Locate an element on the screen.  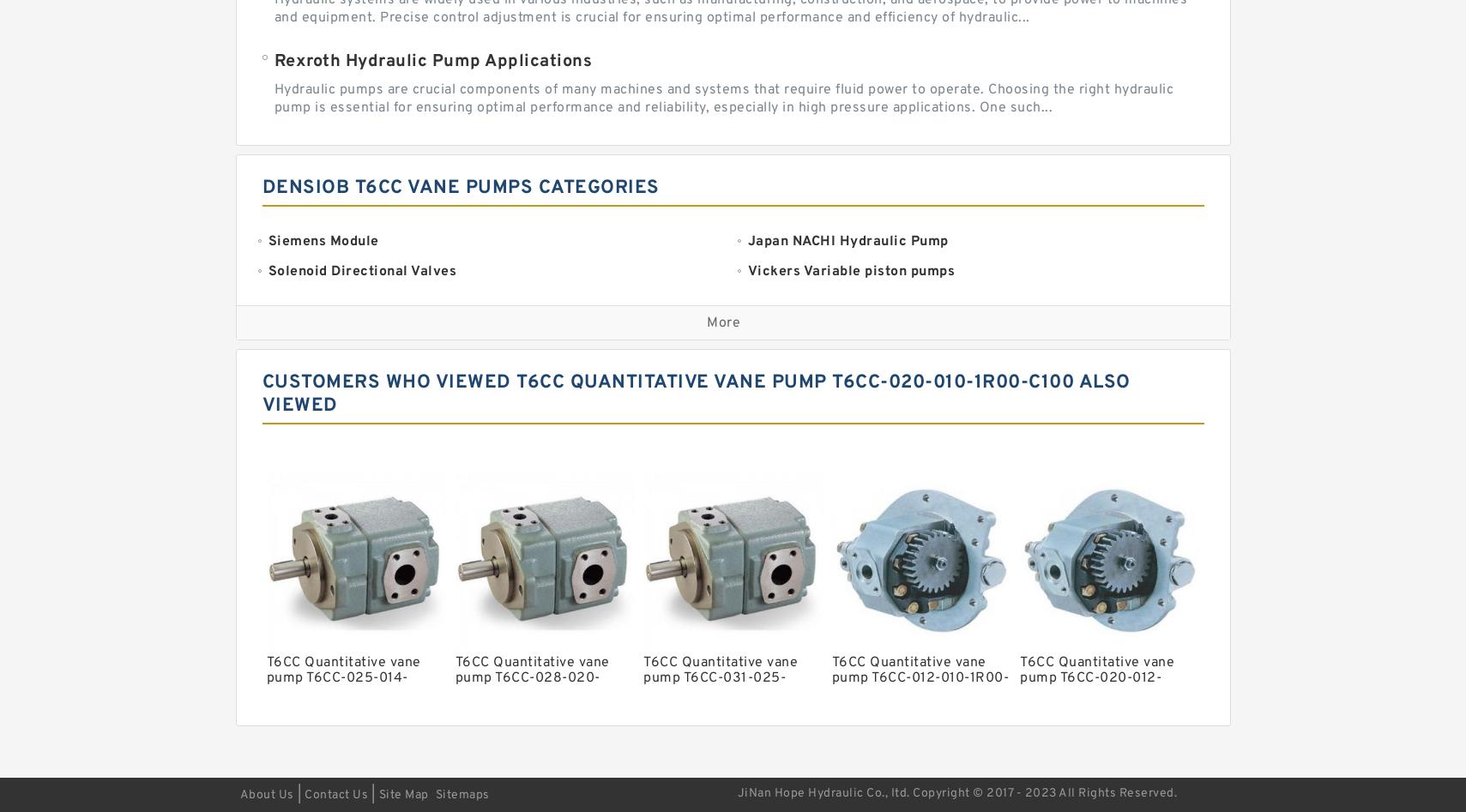
'Rexroth Hydraulic Pump Applications' is located at coordinates (273, 61).